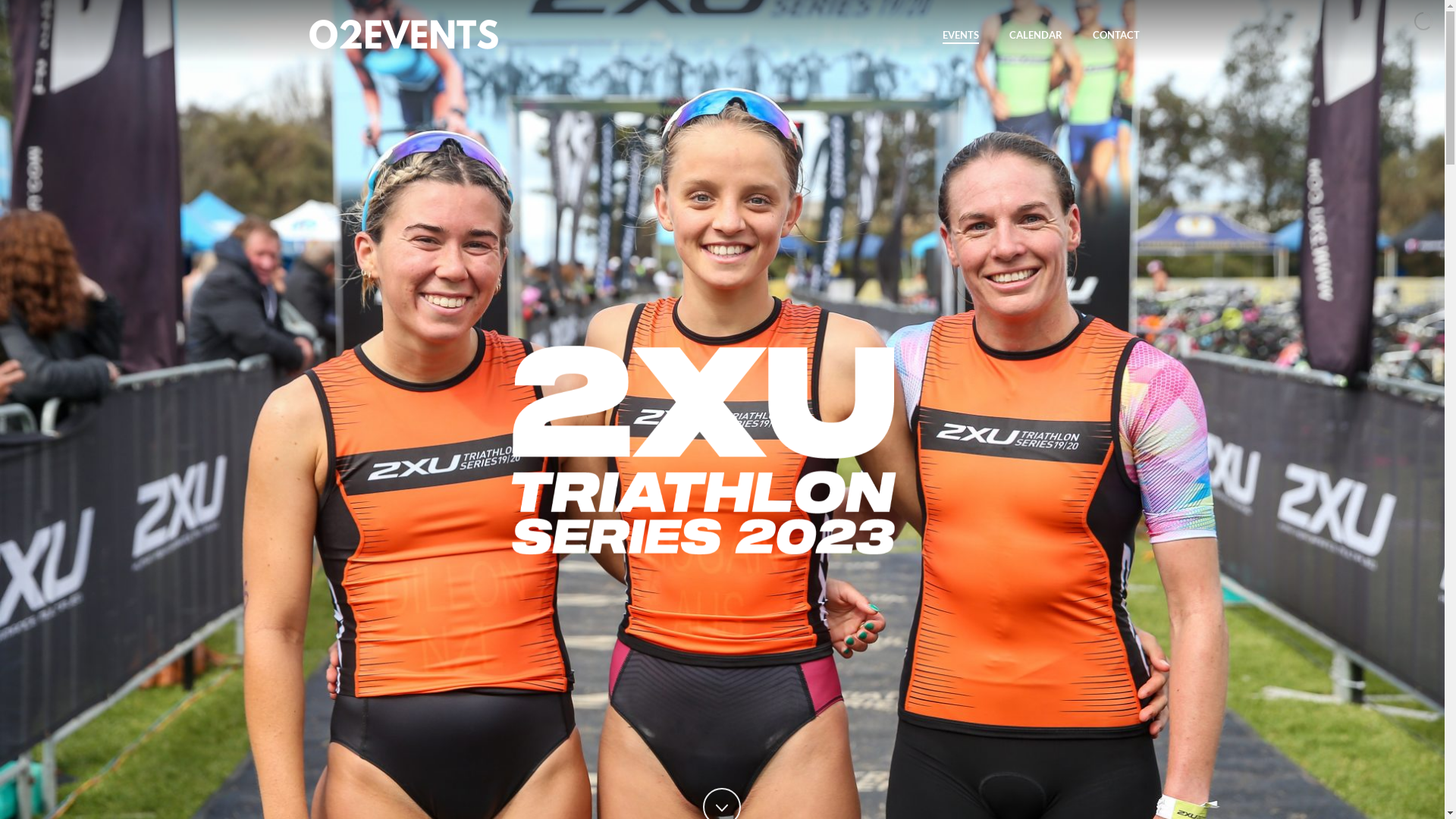  I want to click on 'CONTACT', so click(1115, 34).